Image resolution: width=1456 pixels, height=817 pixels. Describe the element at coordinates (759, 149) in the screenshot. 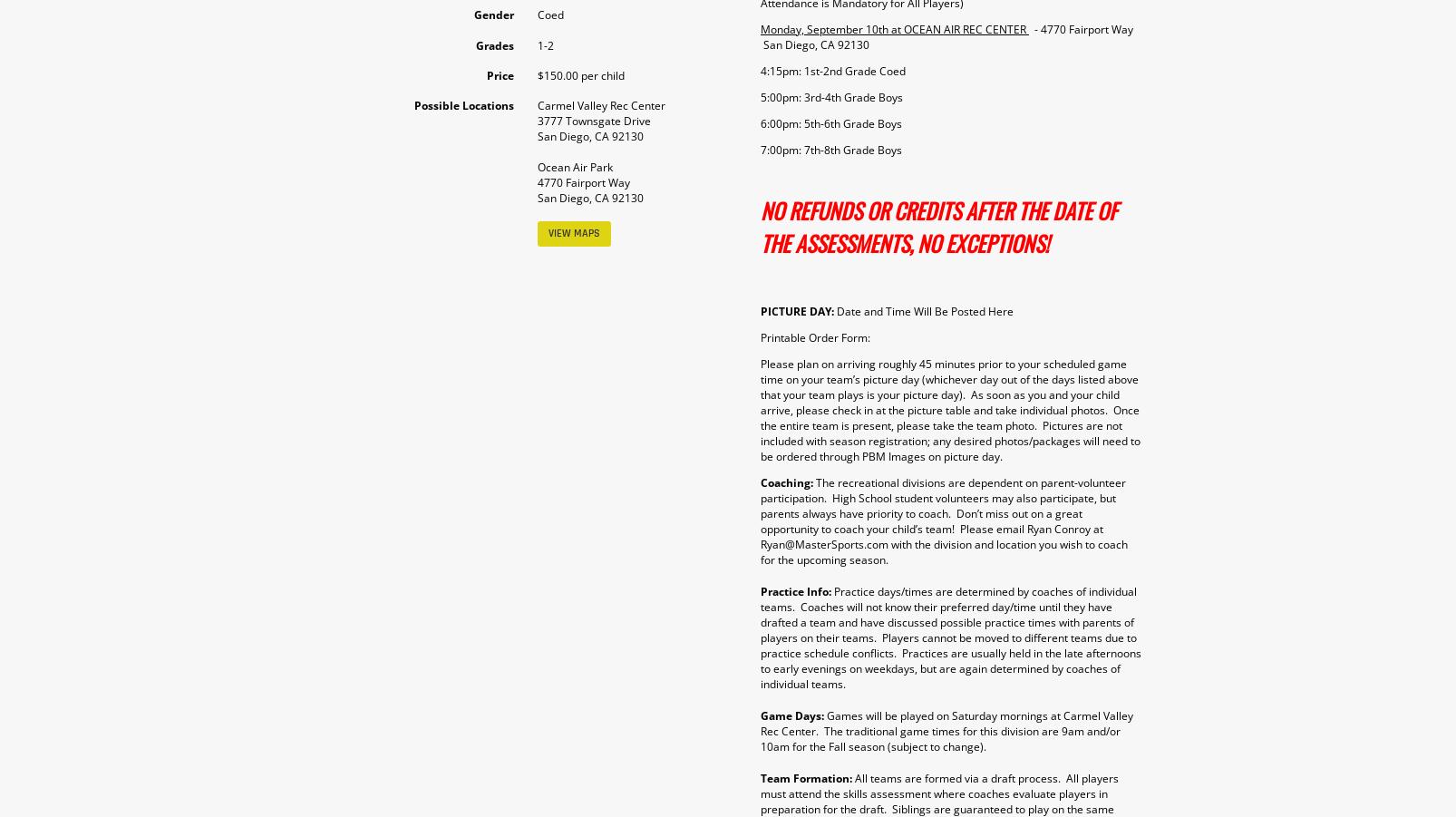

I see `'7:00pm: 7th-8th Grade Boys'` at that location.